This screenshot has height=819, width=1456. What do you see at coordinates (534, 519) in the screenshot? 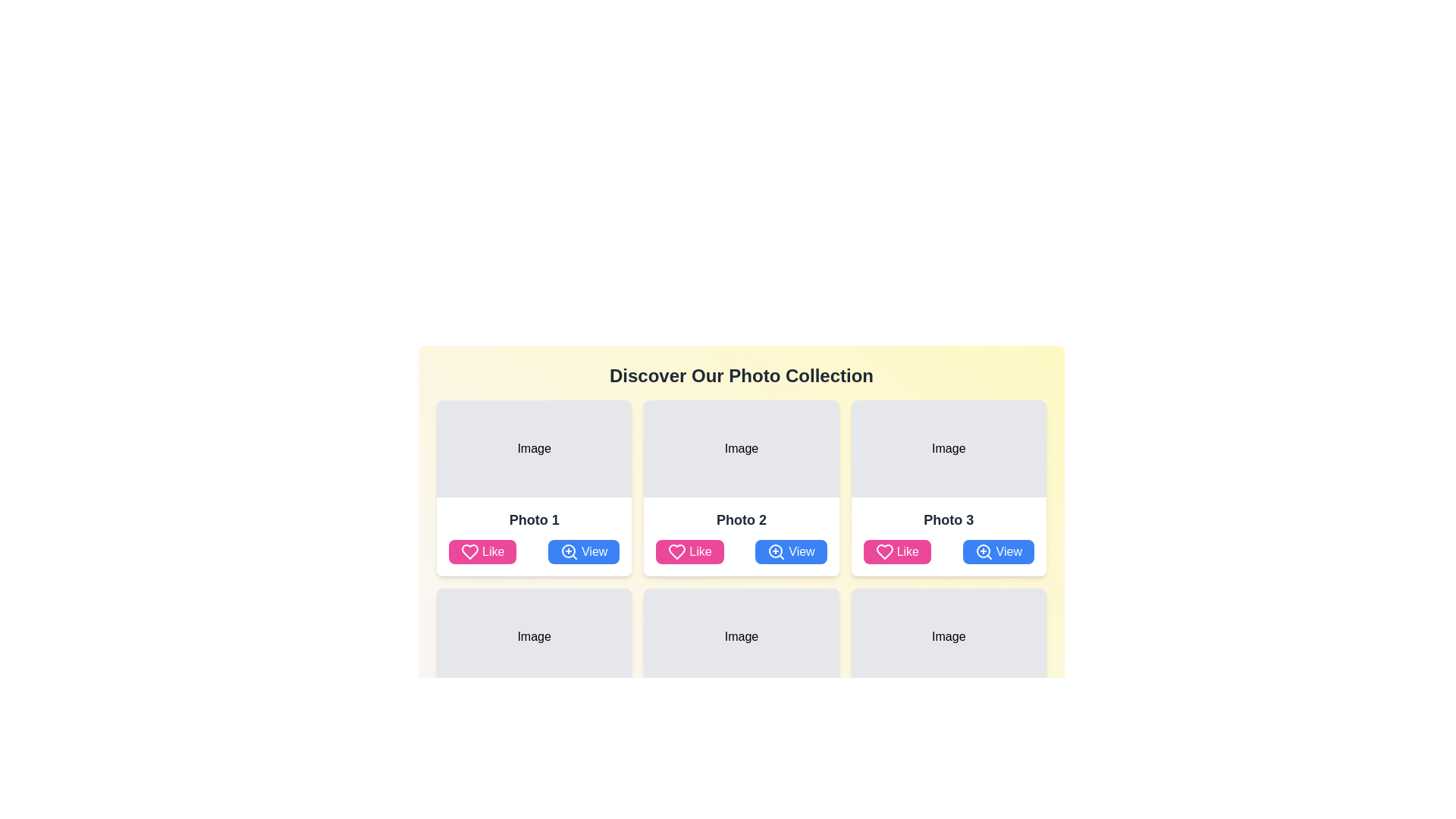
I see `the static text label reading 'Photo 1', which is styled in bold typography and located within the first card of a grid of photo cards` at bounding box center [534, 519].